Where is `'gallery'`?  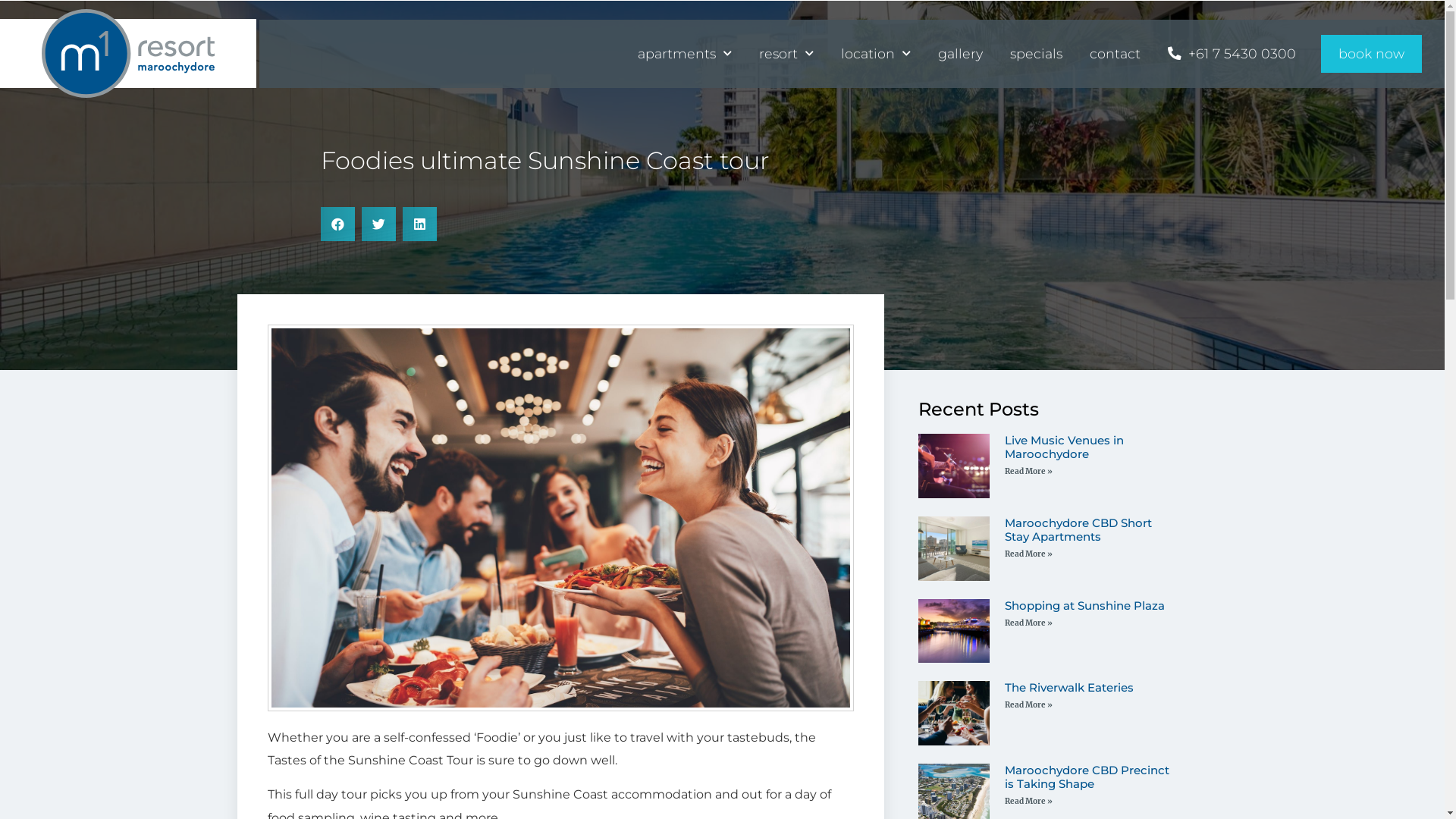
'gallery' is located at coordinates (959, 52).